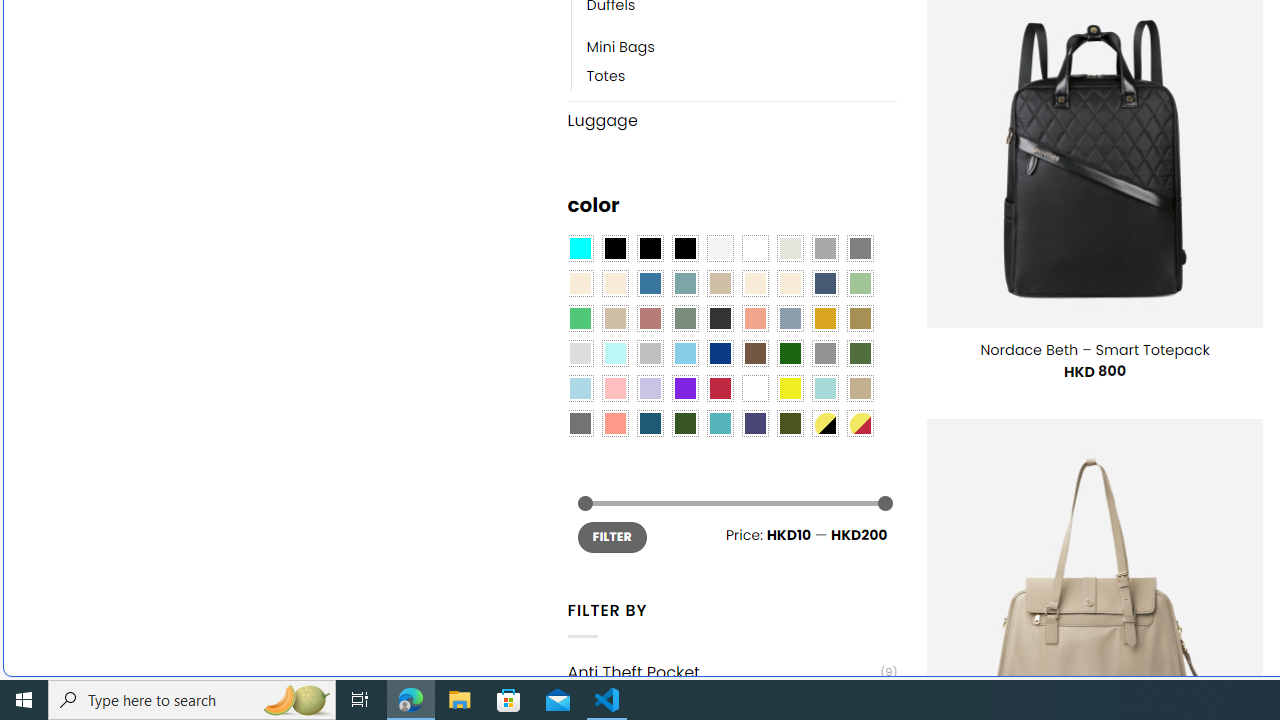  I want to click on 'Silver', so click(650, 353).